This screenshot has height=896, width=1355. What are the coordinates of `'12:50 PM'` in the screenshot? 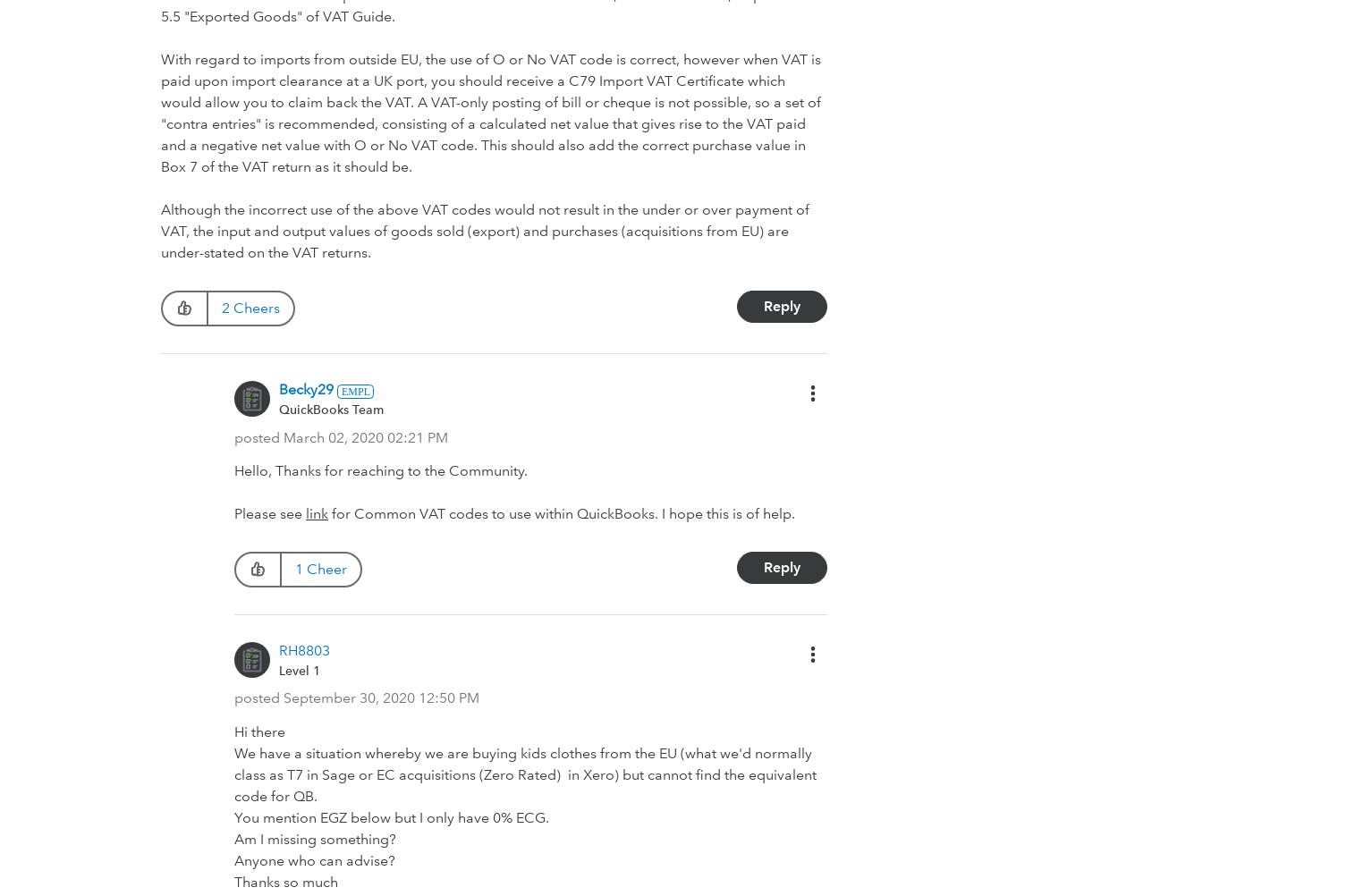 It's located at (449, 697).